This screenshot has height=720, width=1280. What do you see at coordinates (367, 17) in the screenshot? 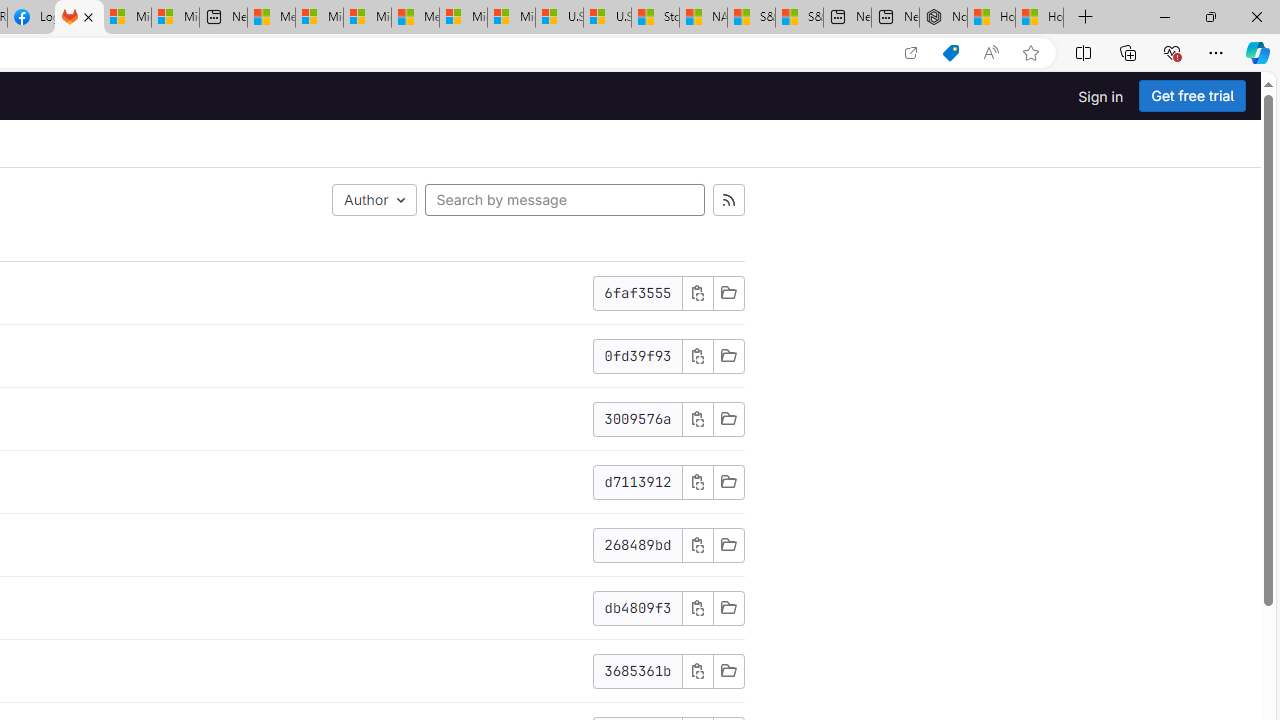
I see `'Microsoft account | Home'` at bounding box center [367, 17].